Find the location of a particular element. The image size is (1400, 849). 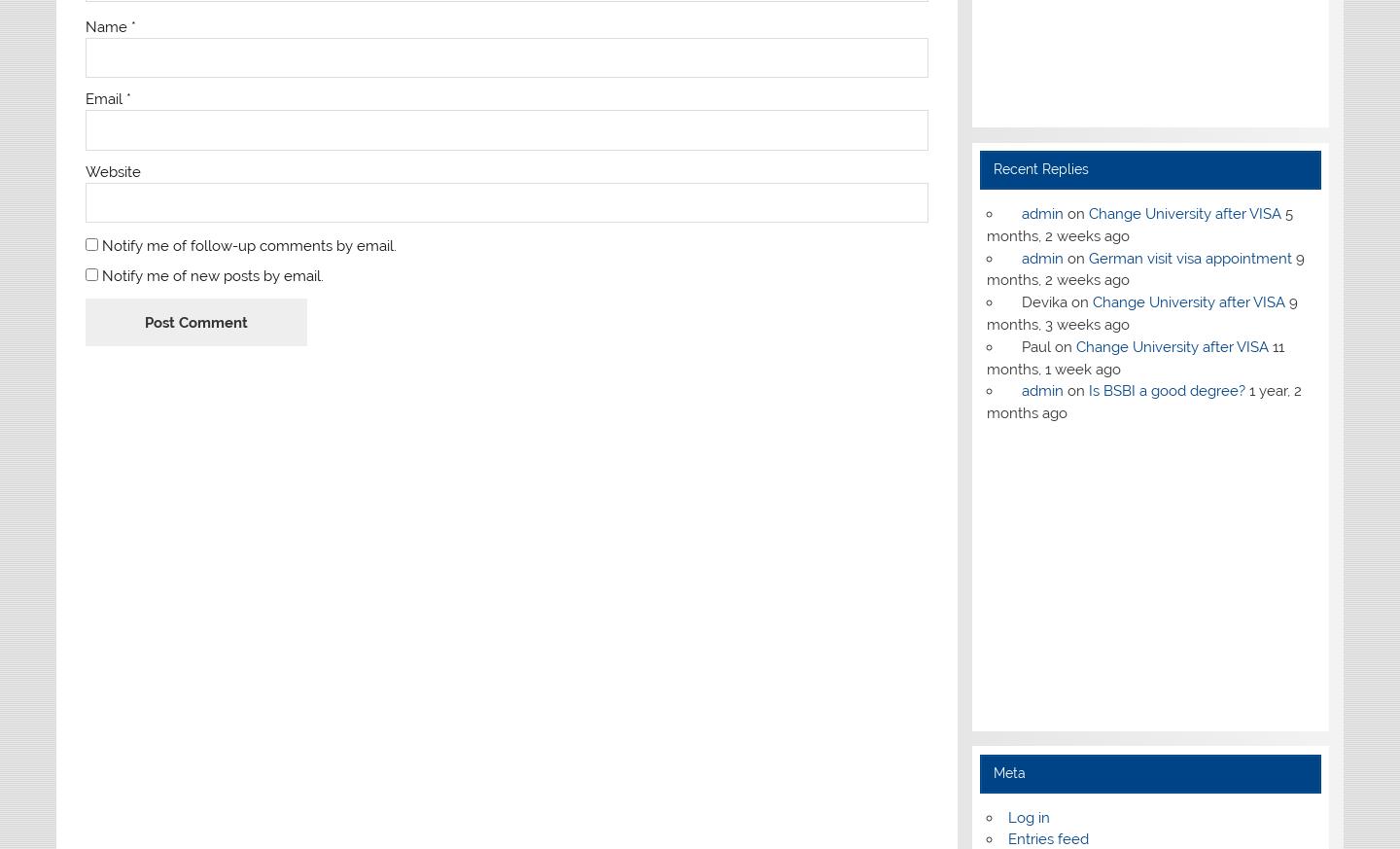

'Log in' is located at coordinates (1028, 817).